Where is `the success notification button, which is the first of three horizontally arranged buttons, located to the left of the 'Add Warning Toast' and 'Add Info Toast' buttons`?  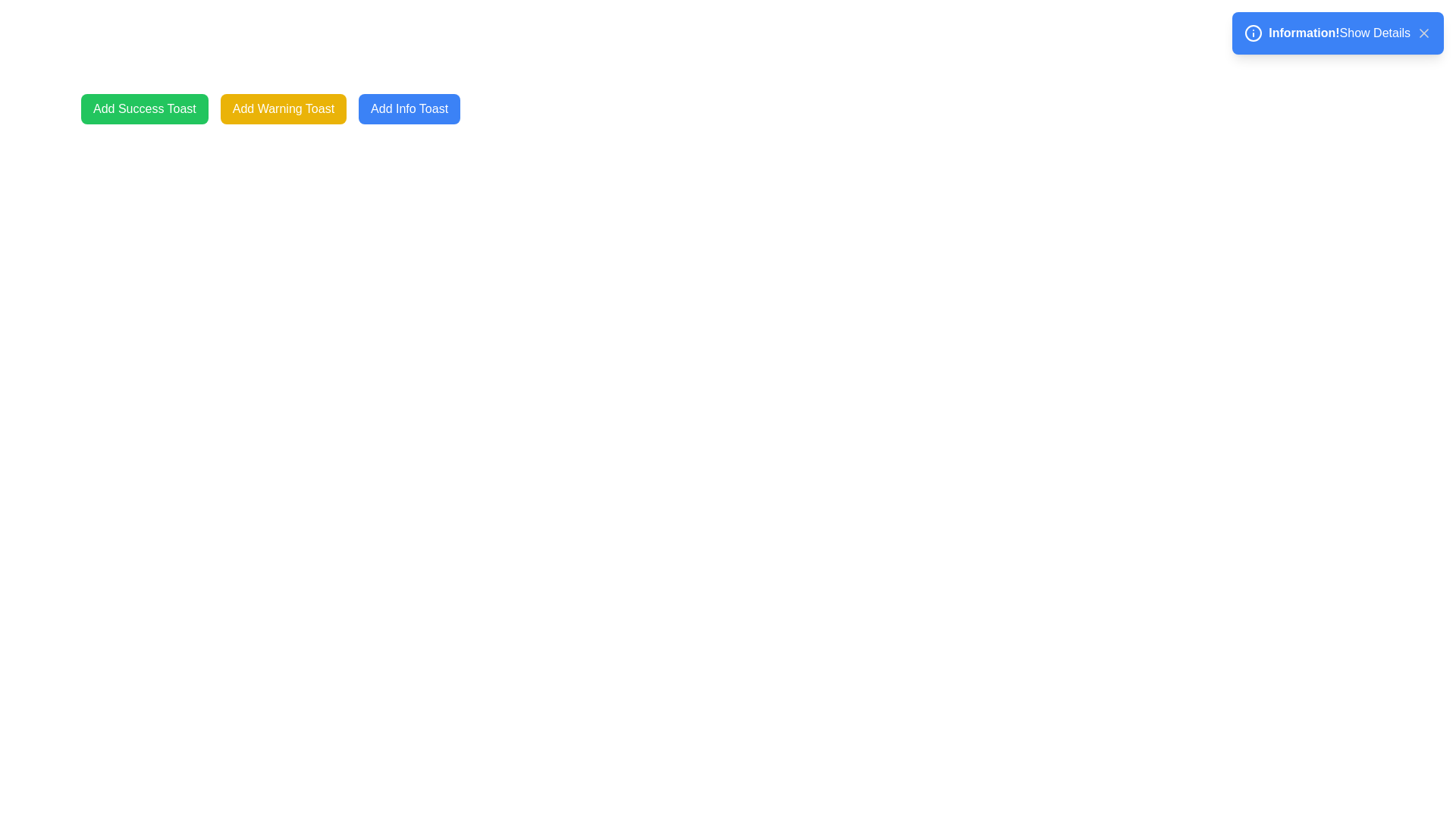
the success notification button, which is the first of three horizontally arranged buttons, located to the left of the 'Add Warning Toast' and 'Add Info Toast' buttons is located at coordinates (144, 108).